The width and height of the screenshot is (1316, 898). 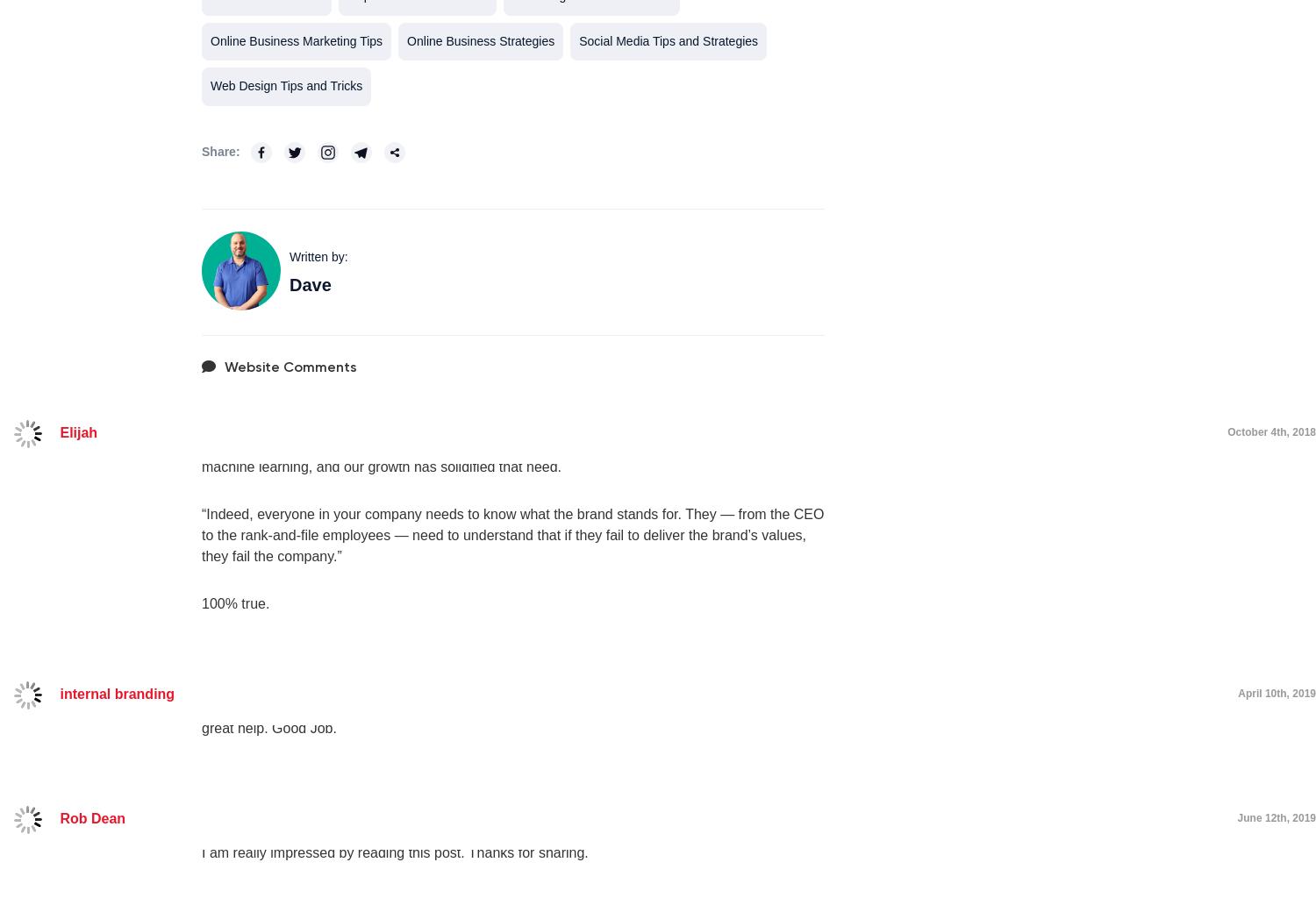 What do you see at coordinates (496, 707) in the screenshot?
I see `'This is a great article. Knowing the importance of Internal Branding has a great role on the improvement of your business. Thanks for the ideas you provided and for posting this. Indeed a great help. Good Job.'` at bounding box center [496, 707].